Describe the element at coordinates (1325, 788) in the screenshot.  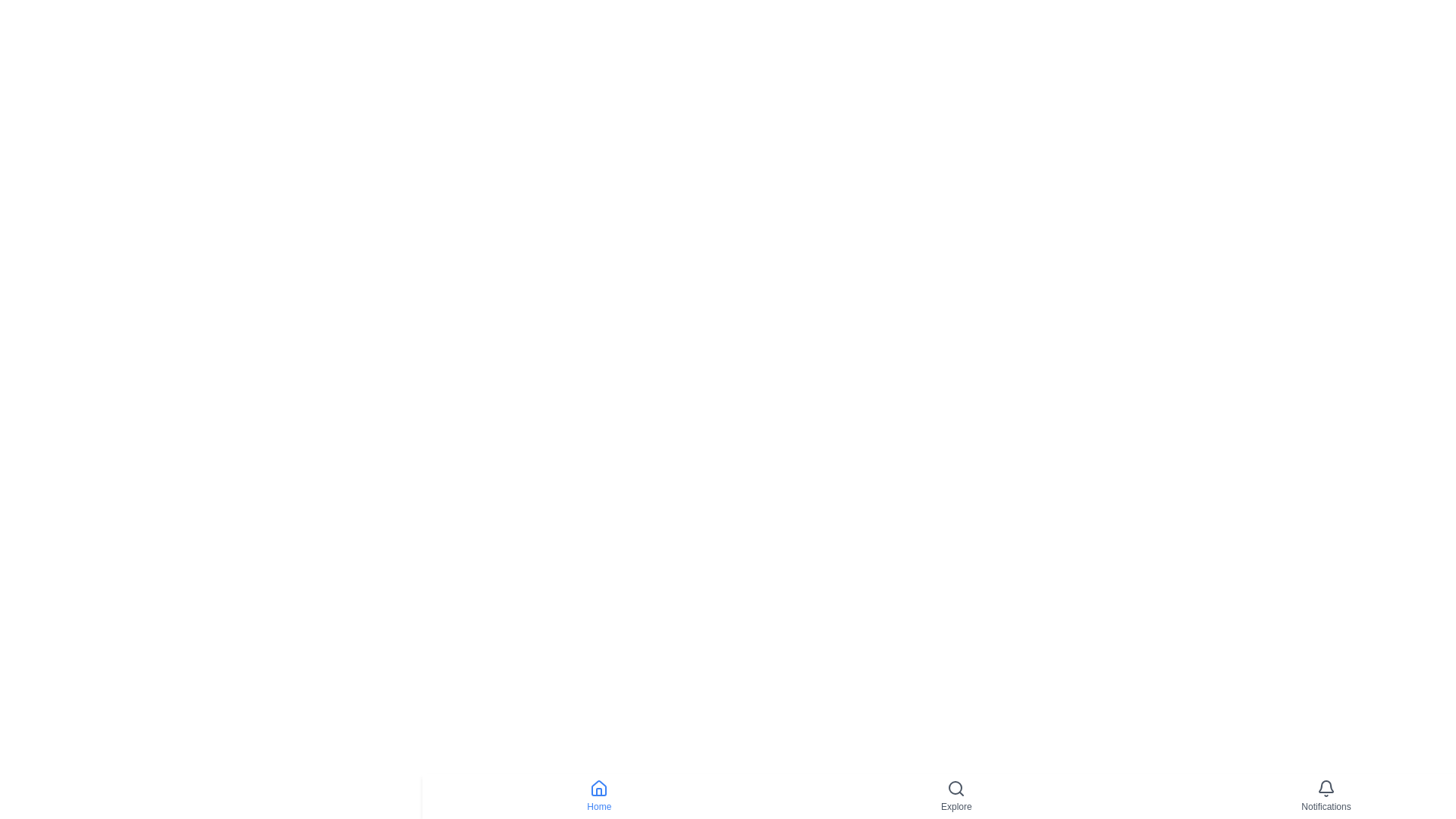
I see `the bell icon in the Notifications section at the bottom right of the interface` at that location.